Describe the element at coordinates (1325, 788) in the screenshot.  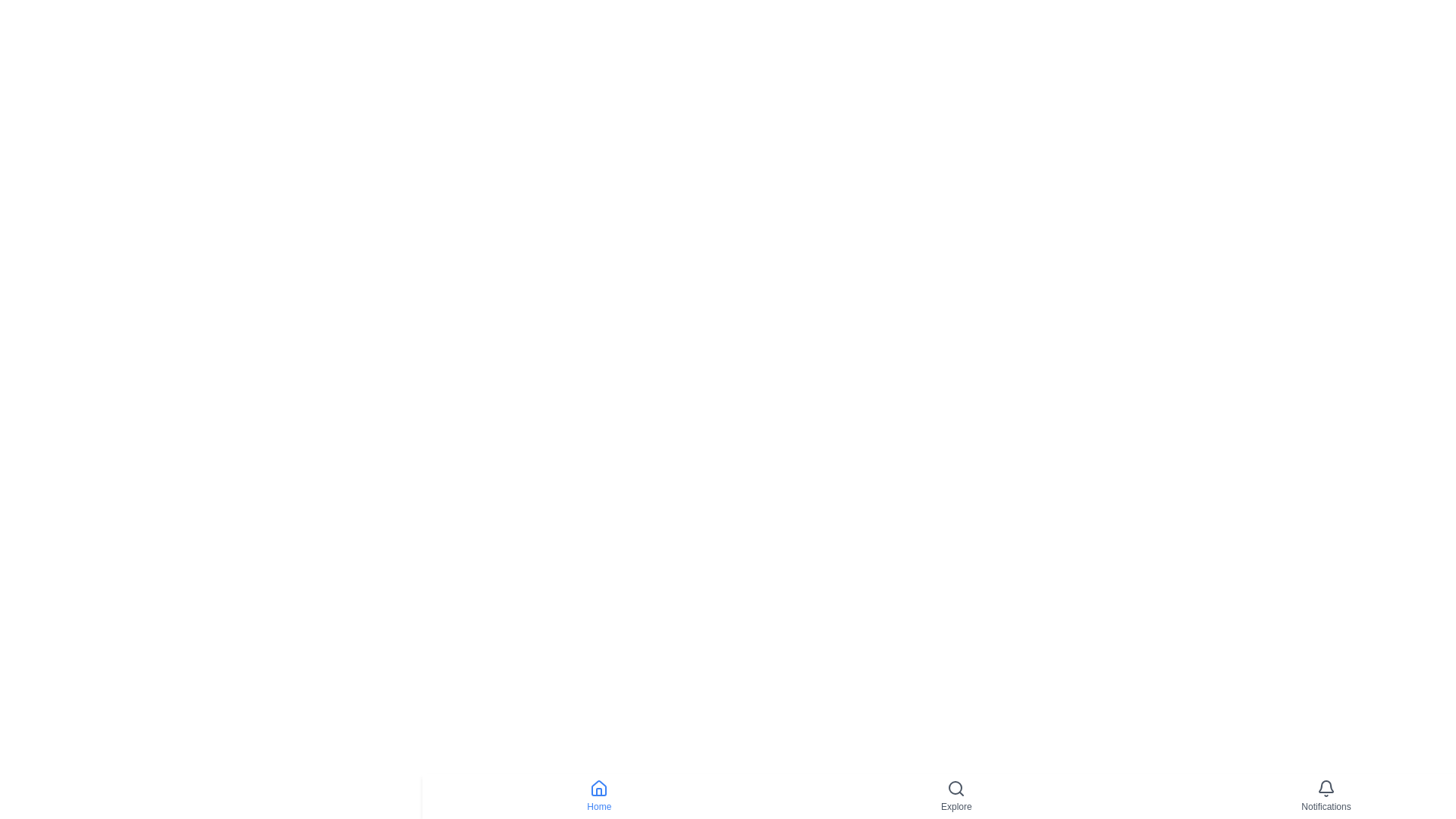
I see `the bell icon in the Notifications section at the bottom right of the interface` at that location.